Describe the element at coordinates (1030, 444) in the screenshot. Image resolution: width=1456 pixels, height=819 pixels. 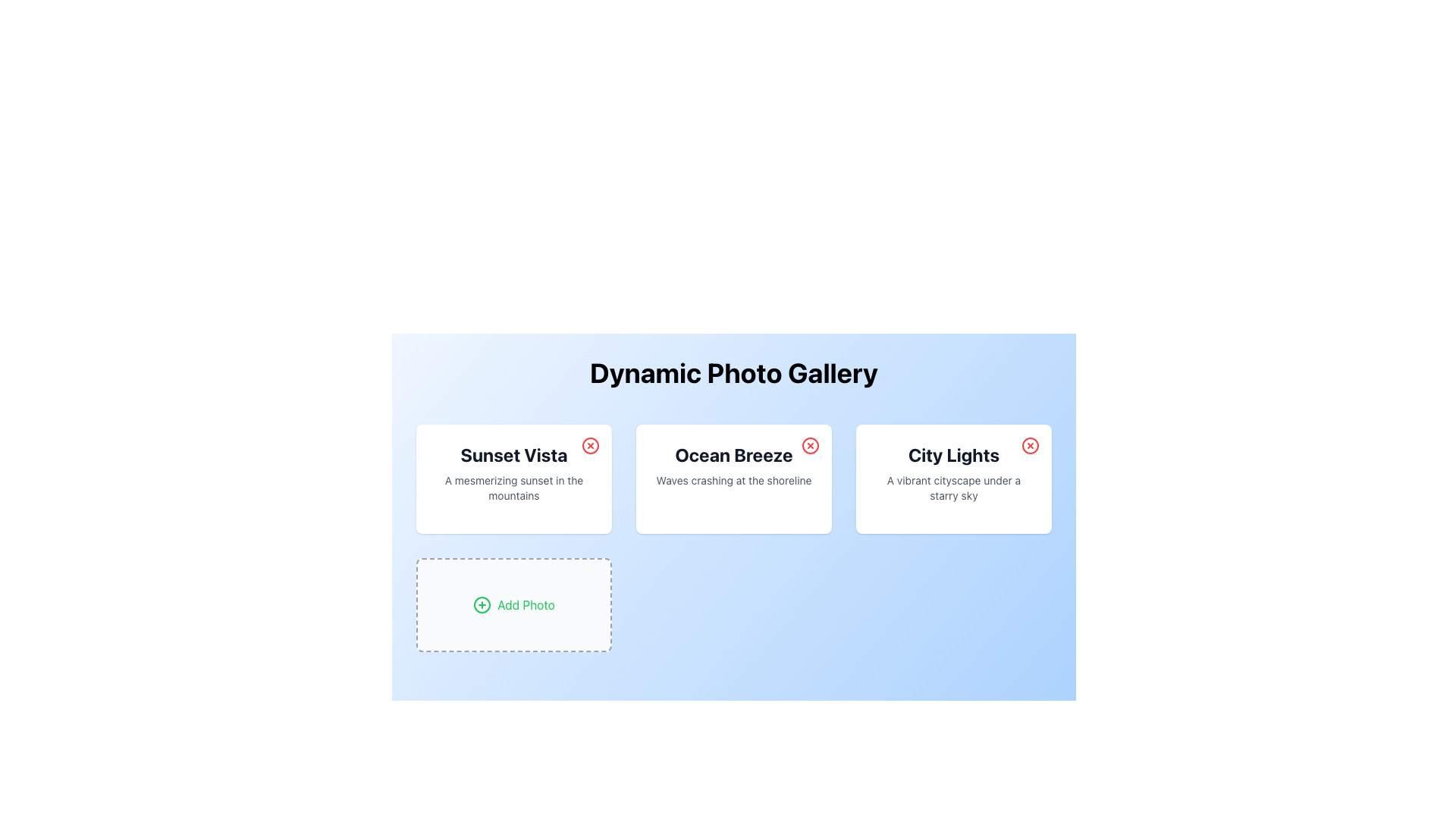
I see `the red 'X' button in the top-right corner of the 'City Lights' card` at that location.